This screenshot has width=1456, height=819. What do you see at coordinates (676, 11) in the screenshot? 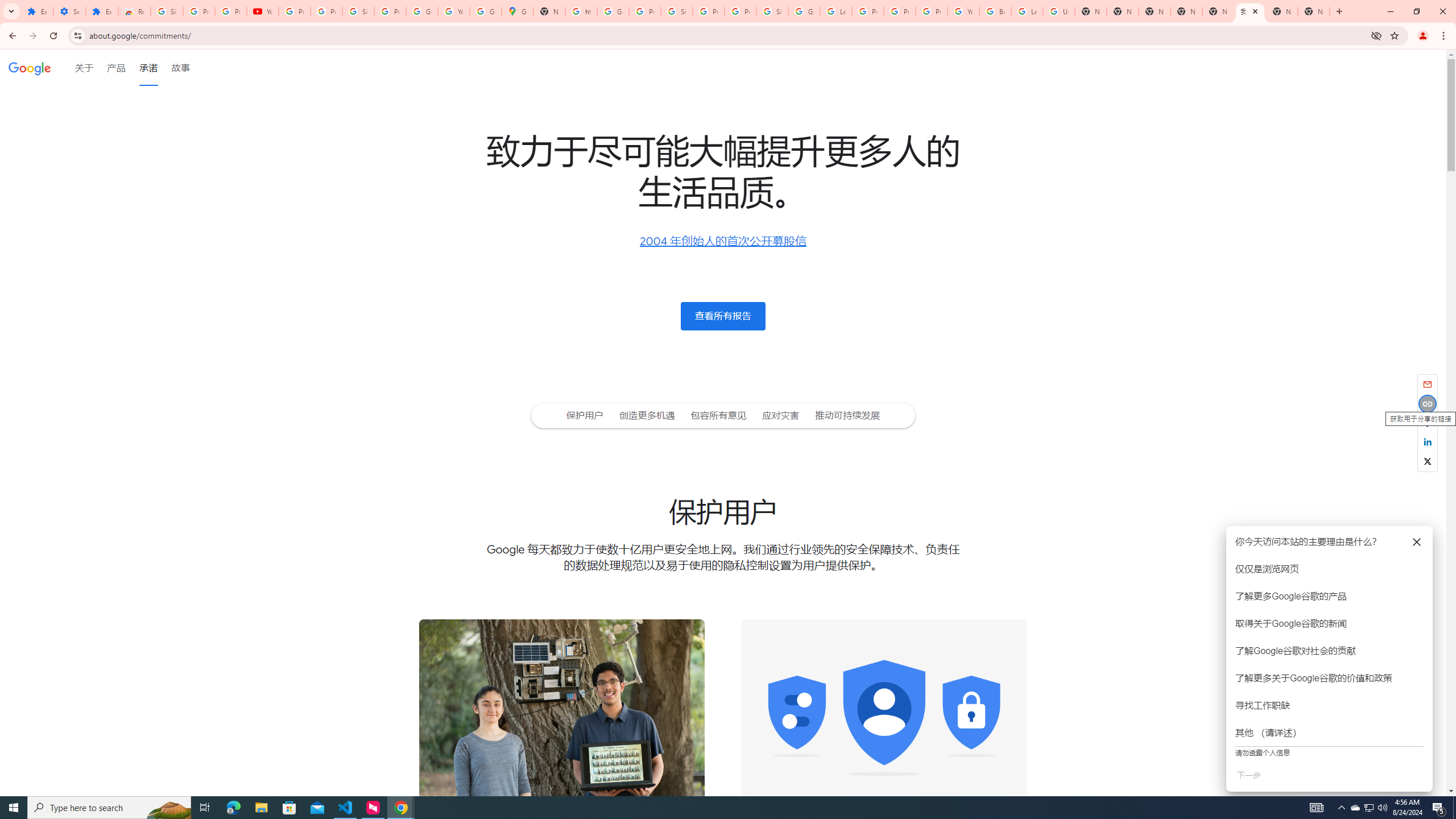
I see `'Sign in - Google Accounts'` at bounding box center [676, 11].